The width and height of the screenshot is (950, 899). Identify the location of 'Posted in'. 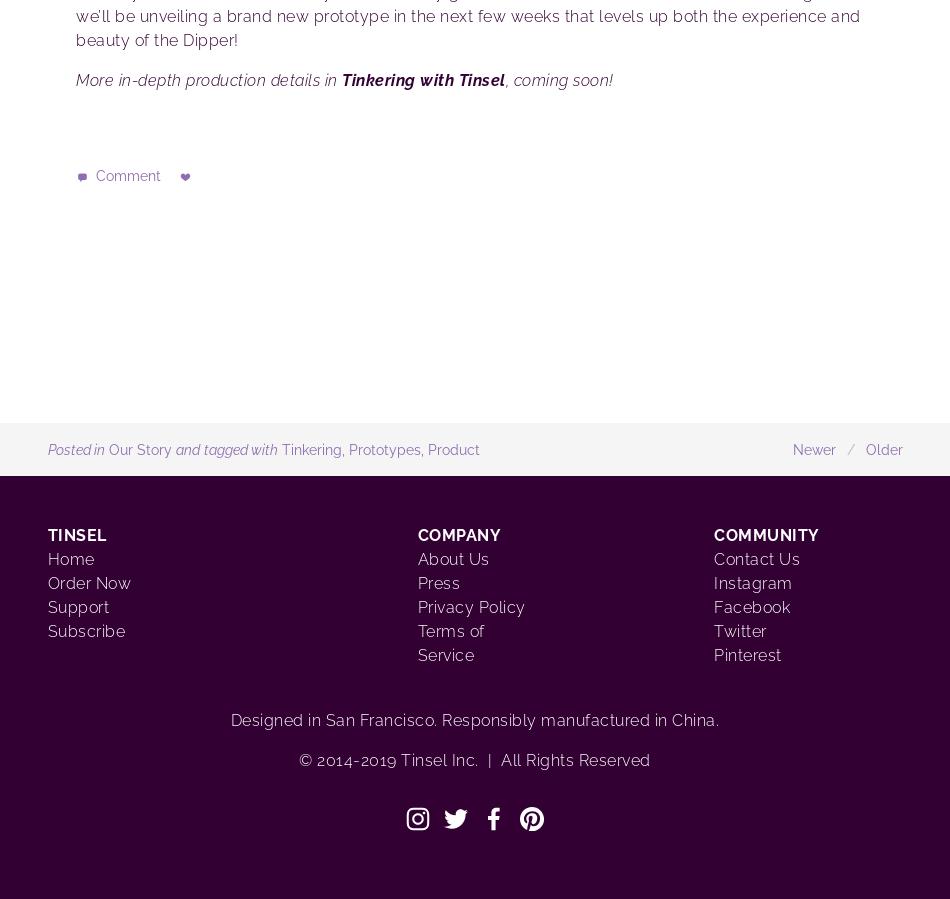
(75, 448).